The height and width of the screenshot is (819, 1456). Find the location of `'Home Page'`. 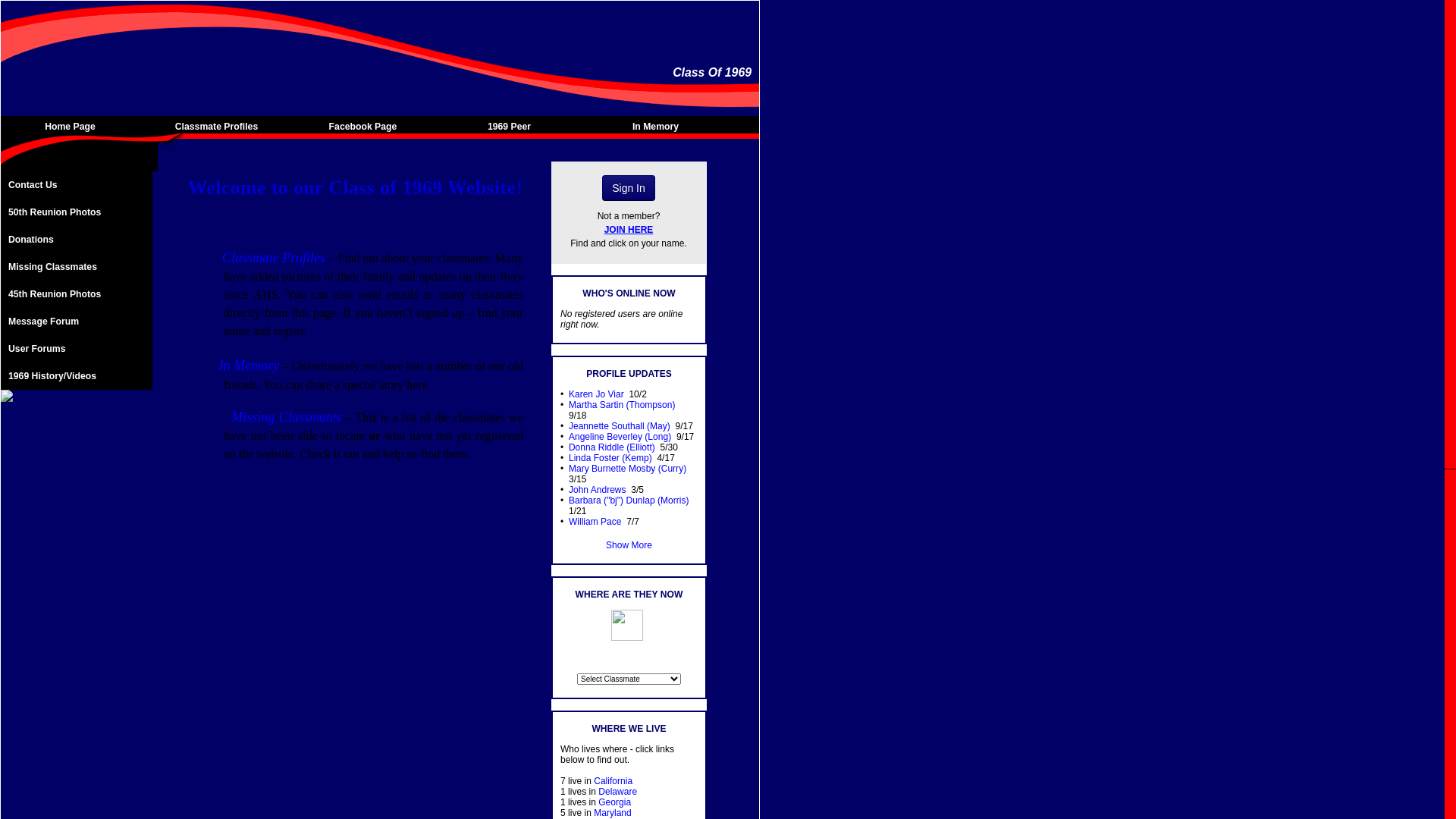

'Home Page' is located at coordinates (73, 125).